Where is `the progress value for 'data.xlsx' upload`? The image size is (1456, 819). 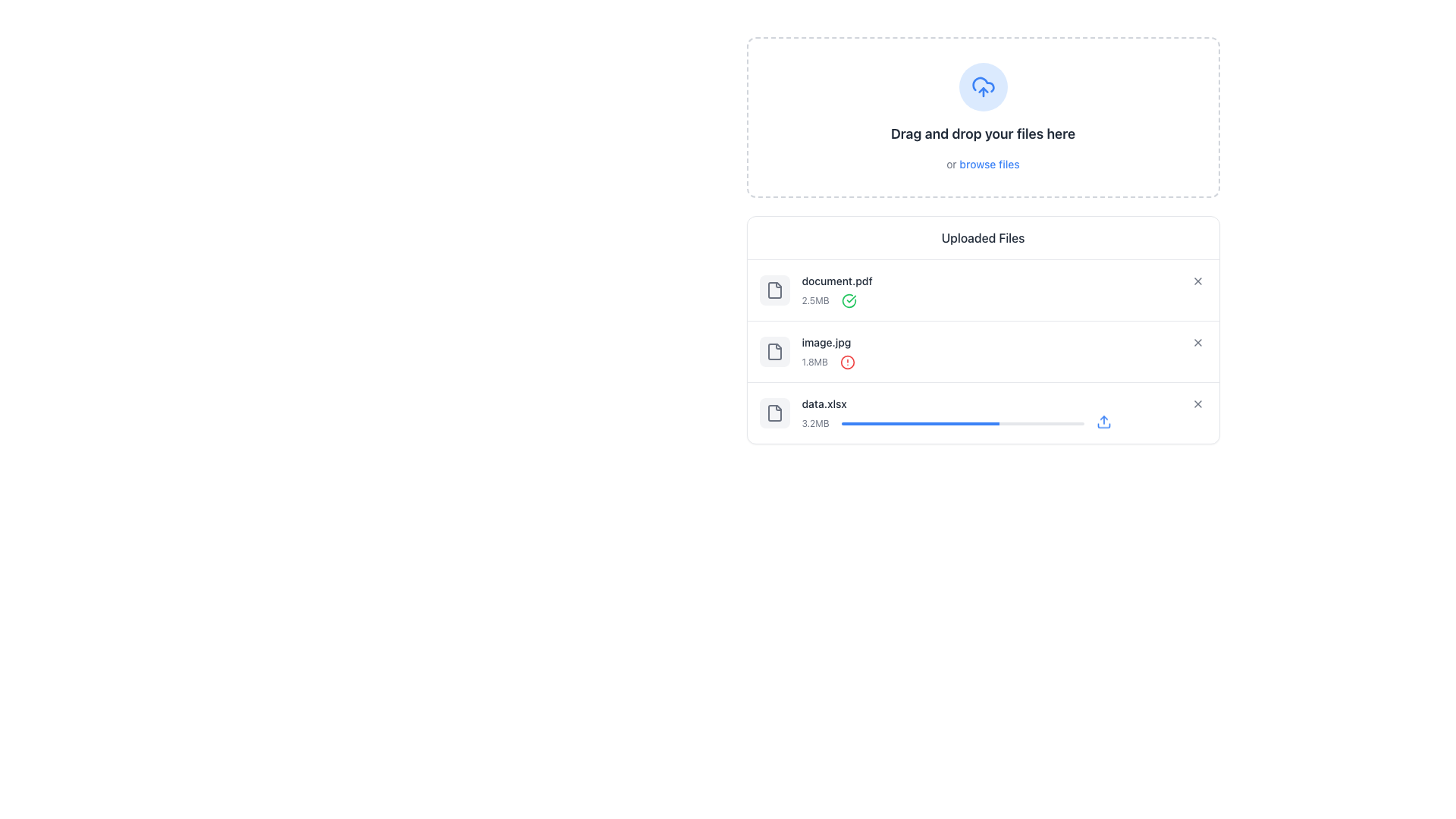 the progress value for 'data.xlsx' upload is located at coordinates (843, 424).